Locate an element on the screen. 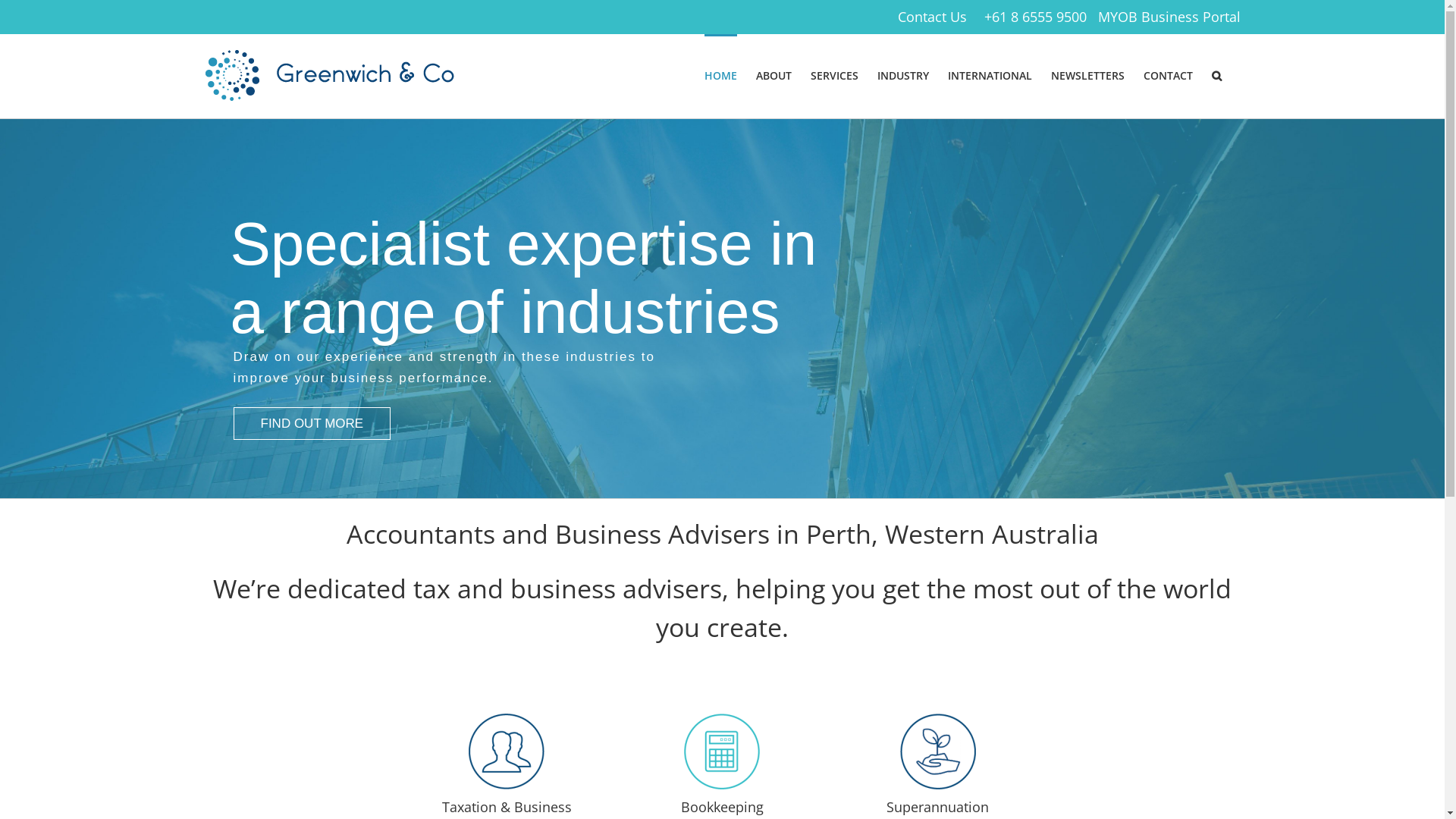  'SERVICES' is located at coordinates (833, 74).